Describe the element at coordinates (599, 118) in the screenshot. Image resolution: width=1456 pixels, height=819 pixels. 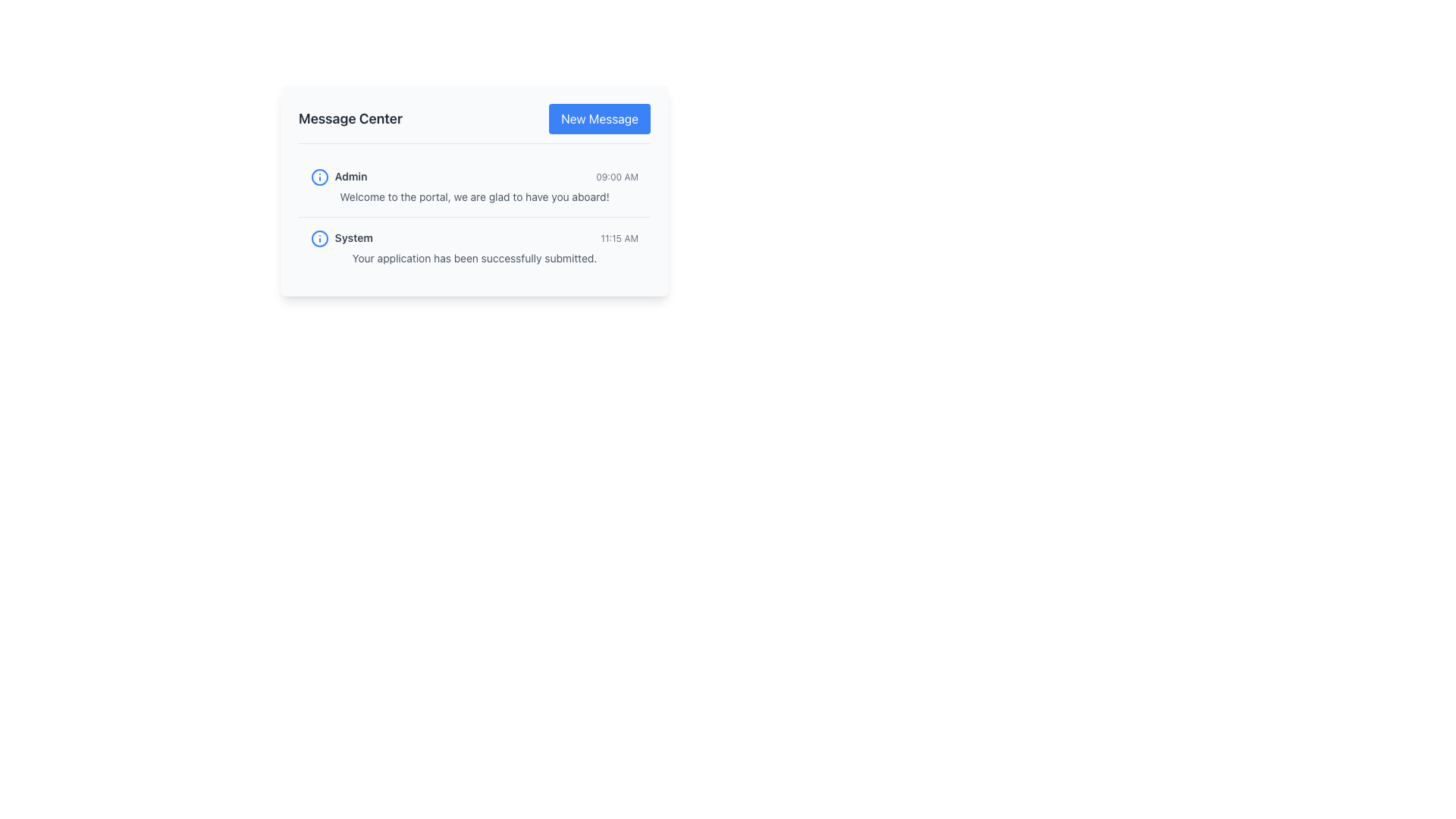
I see `the 'New Message' button located in the top-right corner of the 'Message Center' widget` at that location.